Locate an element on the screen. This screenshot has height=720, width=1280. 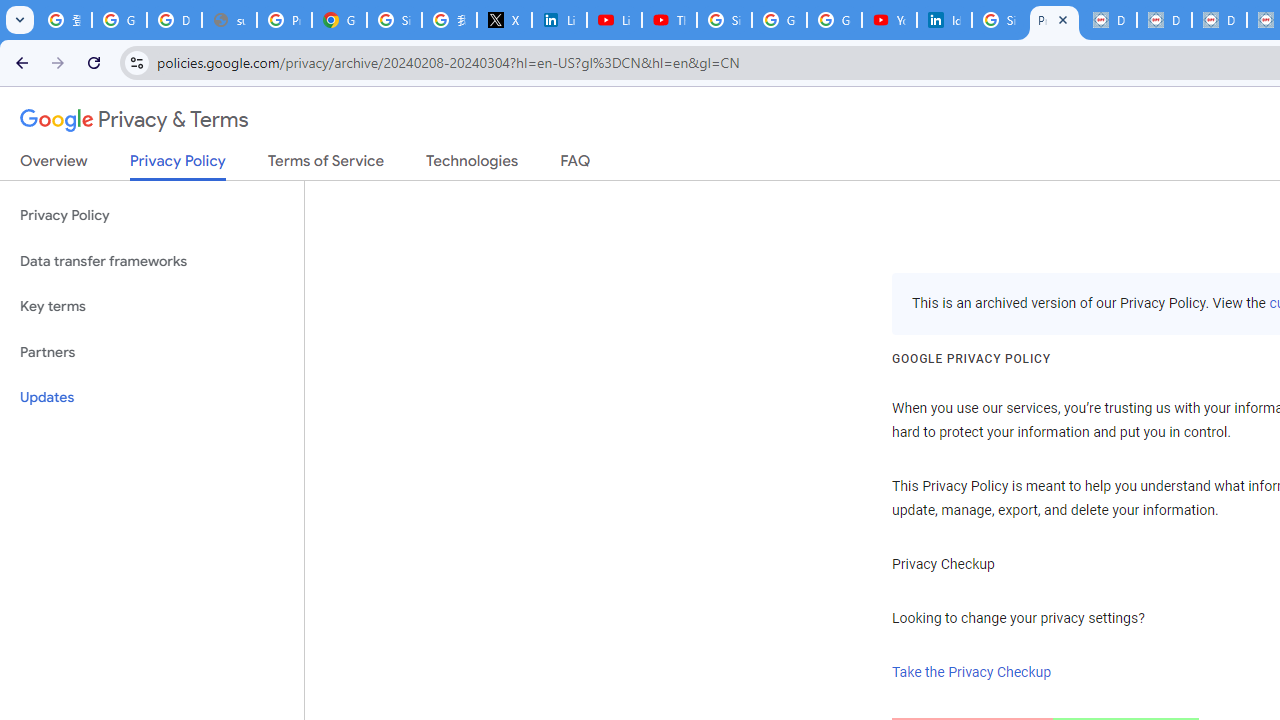
'Data Privacy Framework' is located at coordinates (1108, 20).